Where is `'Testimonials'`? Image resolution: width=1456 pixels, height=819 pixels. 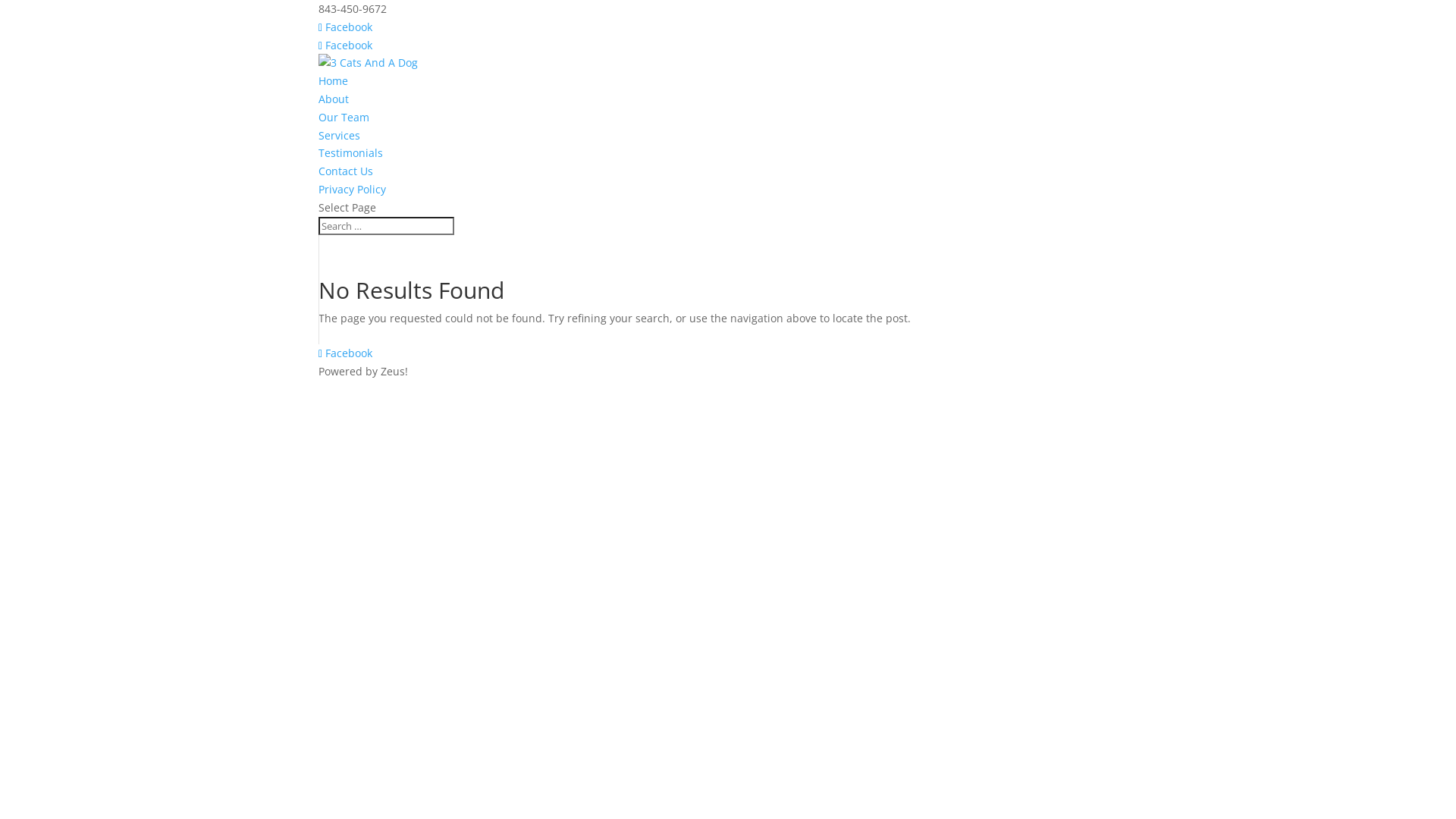
'Testimonials' is located at coordinates (350, 152).